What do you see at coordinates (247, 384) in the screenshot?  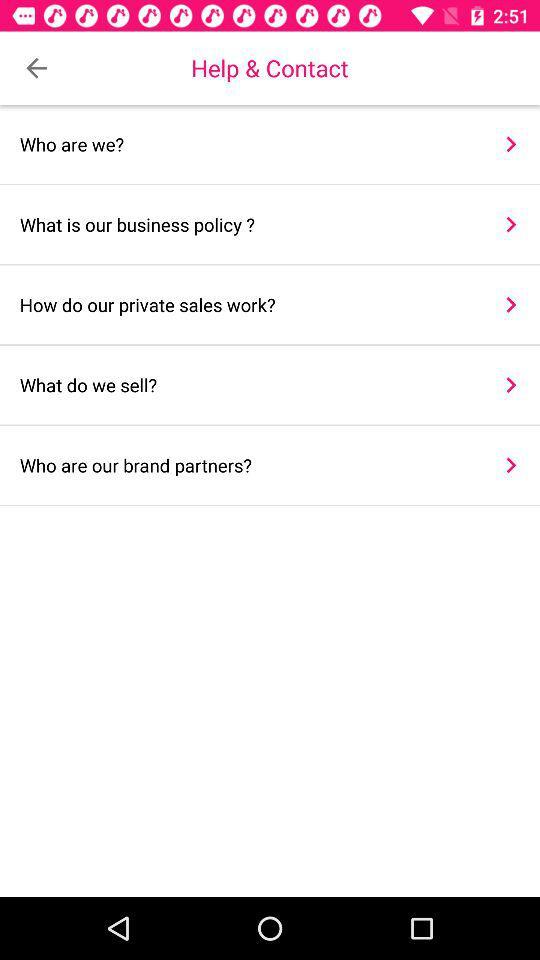 I see `what do we item` at bounding box center [247, 384].